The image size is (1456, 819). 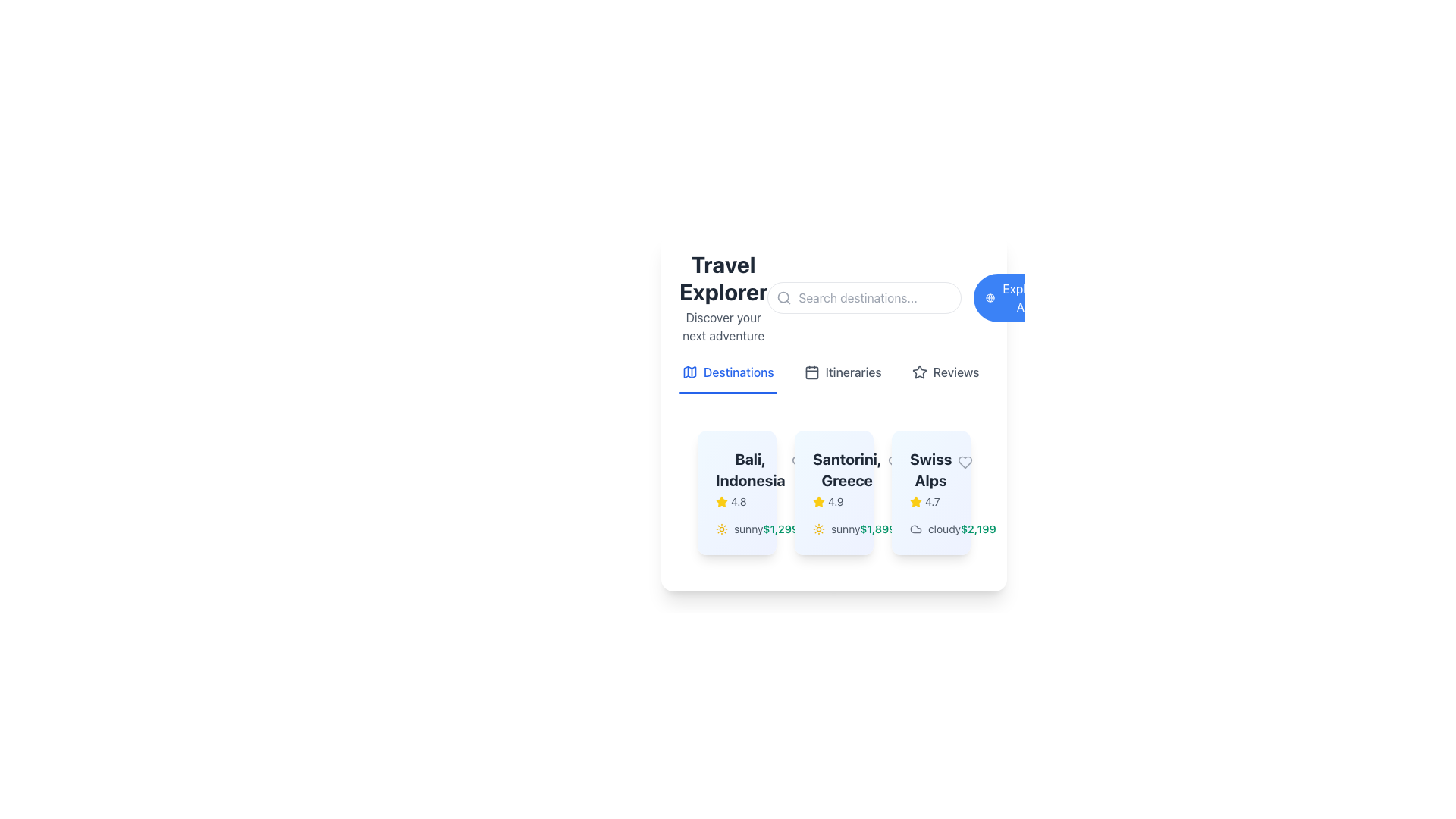 I want to click on the heart icon located in the top-right corner of the 'Swiss Alps' card to mark it as favorite or like, so click(x=965, y=461).